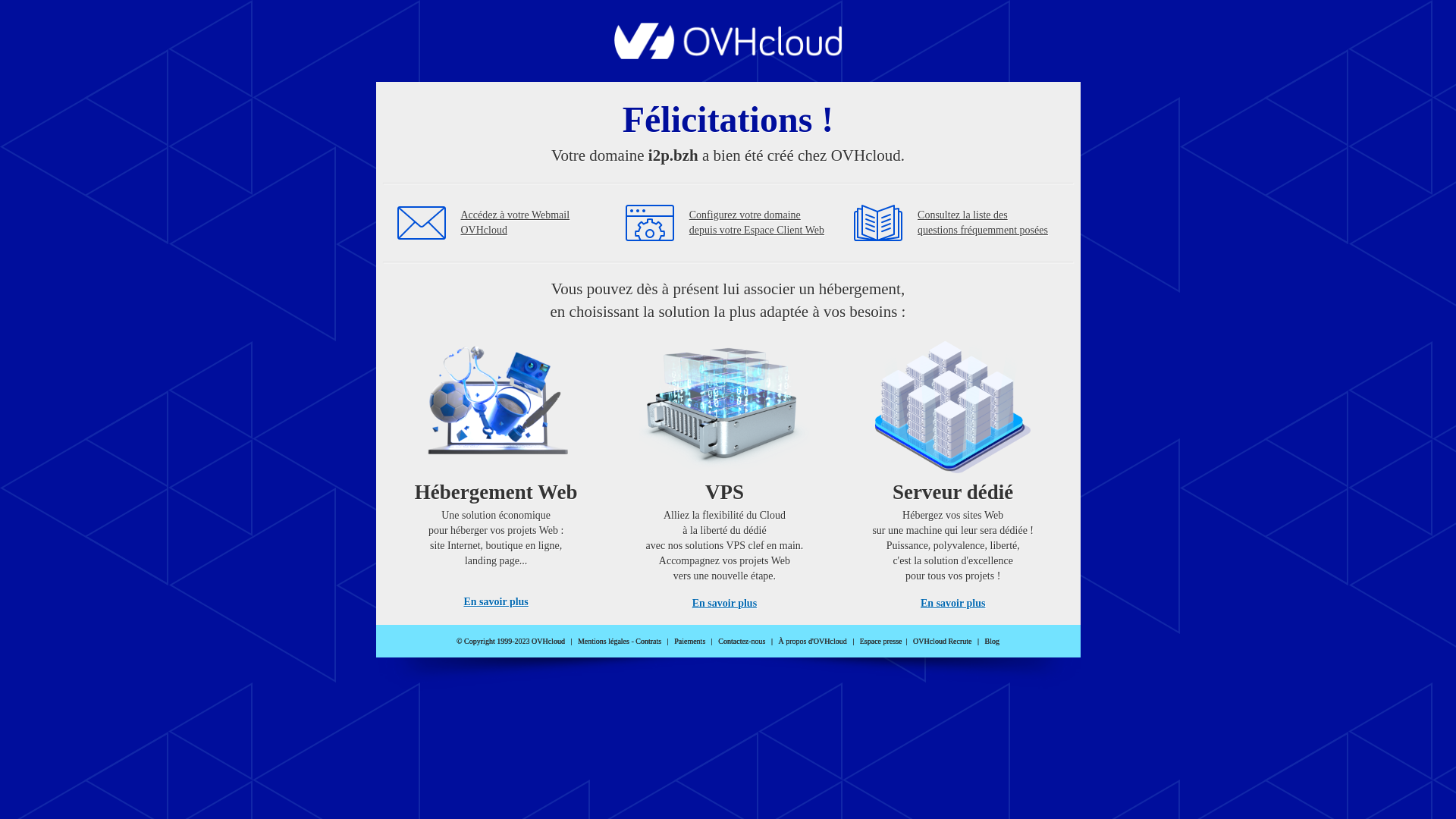 The image size is (1456, 819). Describe the element at coordinates (723, 602) in the screenshot. I see `'En savoir plus'` at that location.